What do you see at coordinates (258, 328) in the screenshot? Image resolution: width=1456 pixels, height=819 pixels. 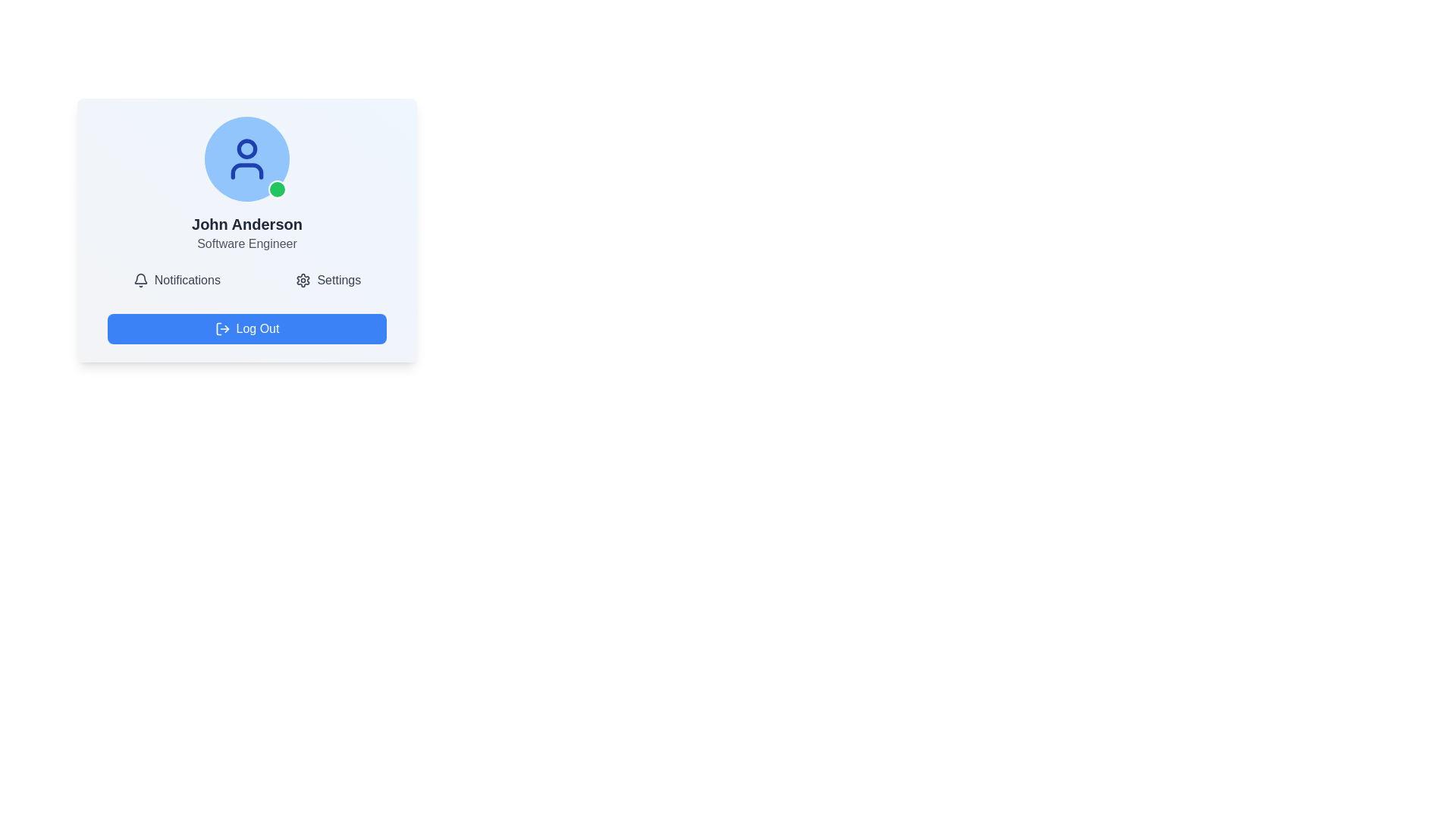 I see `the logout text label within the blue button that signifies a logout action, located near the bottom of the interface` at bounding box center [258, 328].